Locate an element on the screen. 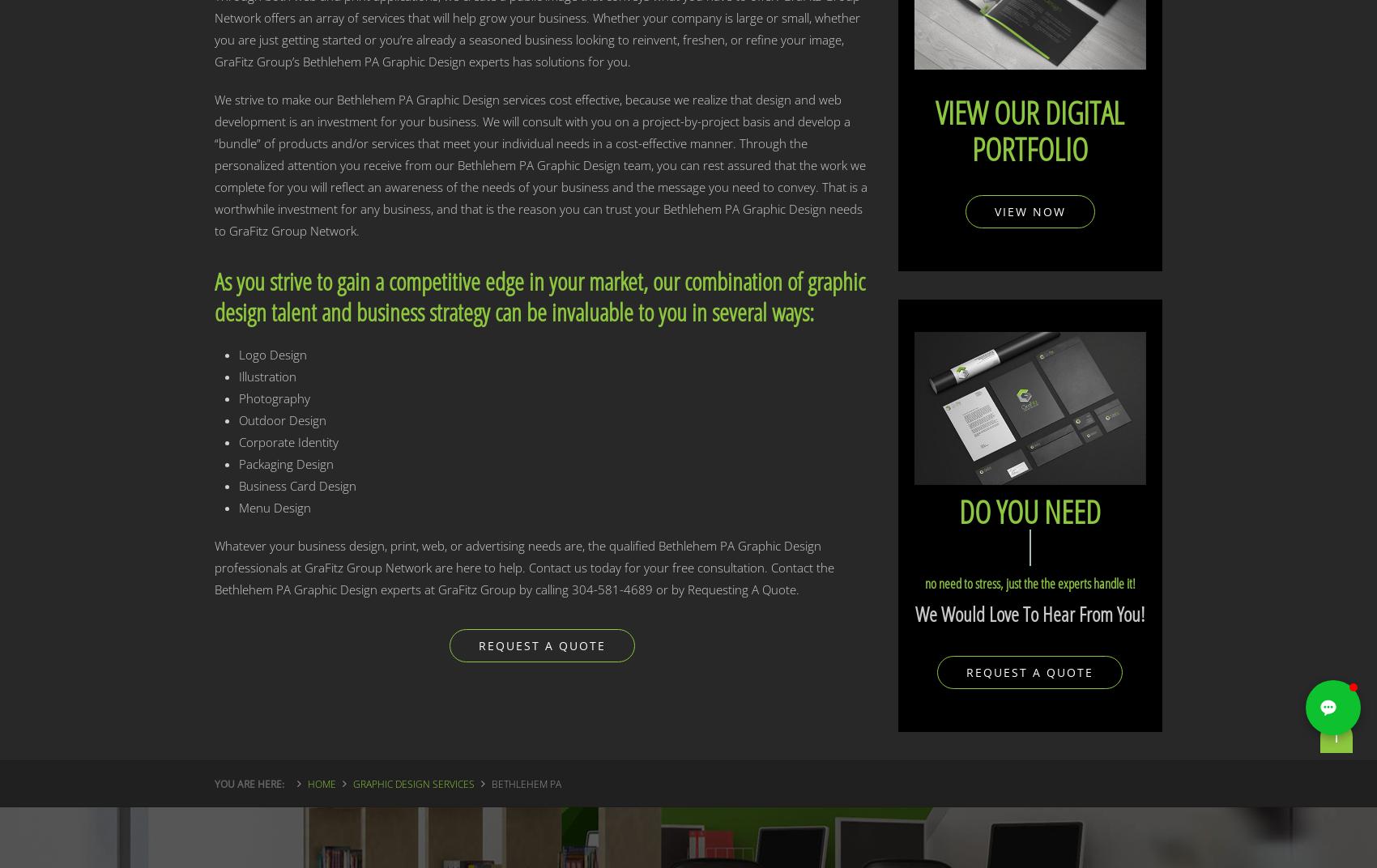 This screenshot has width=1377, height=868. 'Graphic Design Services' is located at coordinates (414, 783).